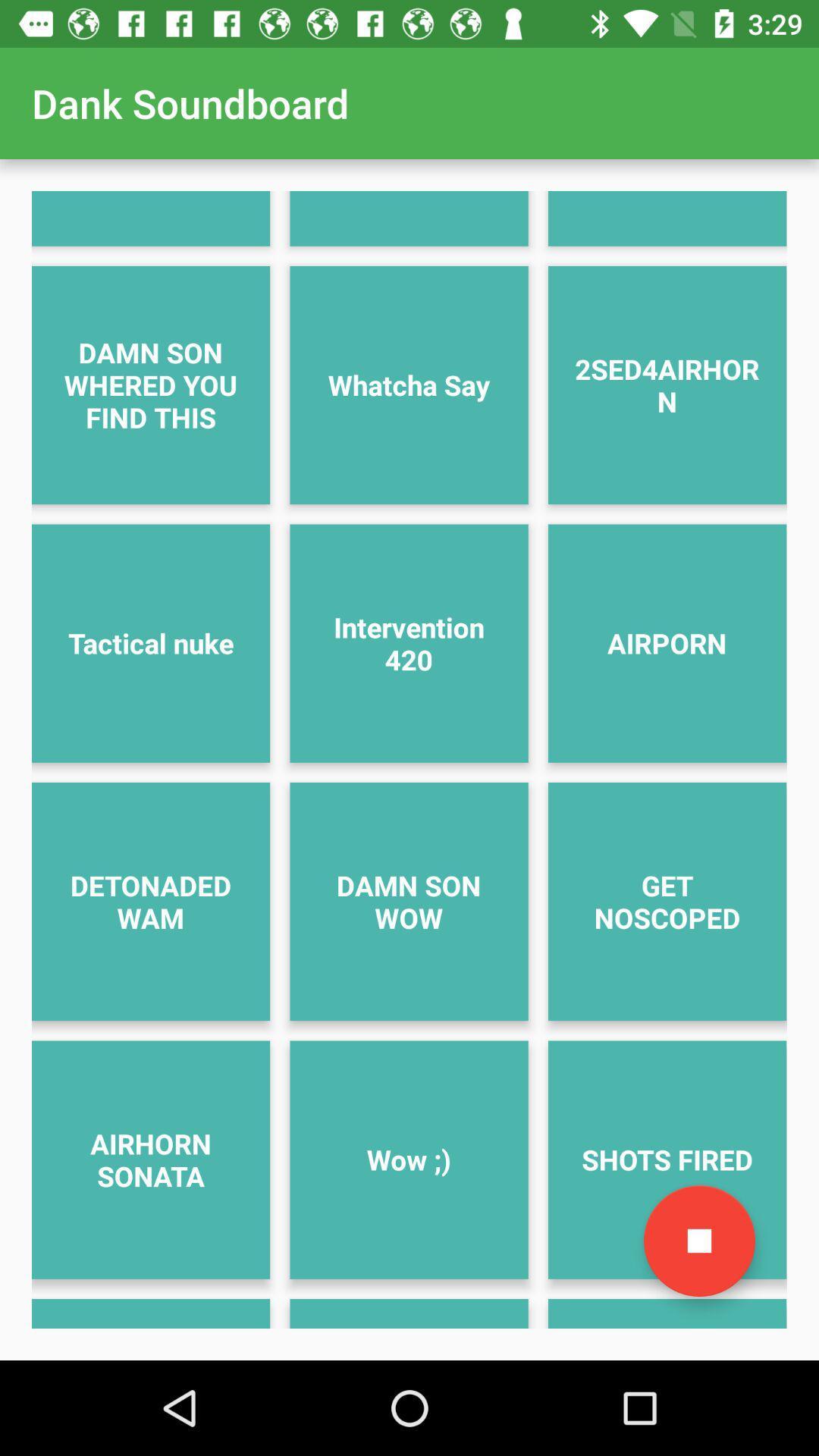 The image size is (819, 1456). What do you see at coordinates (699, 1241) in the screenshot?
I see `the icon to the right of the wow ;) item` at bounding box center [699, 1241].